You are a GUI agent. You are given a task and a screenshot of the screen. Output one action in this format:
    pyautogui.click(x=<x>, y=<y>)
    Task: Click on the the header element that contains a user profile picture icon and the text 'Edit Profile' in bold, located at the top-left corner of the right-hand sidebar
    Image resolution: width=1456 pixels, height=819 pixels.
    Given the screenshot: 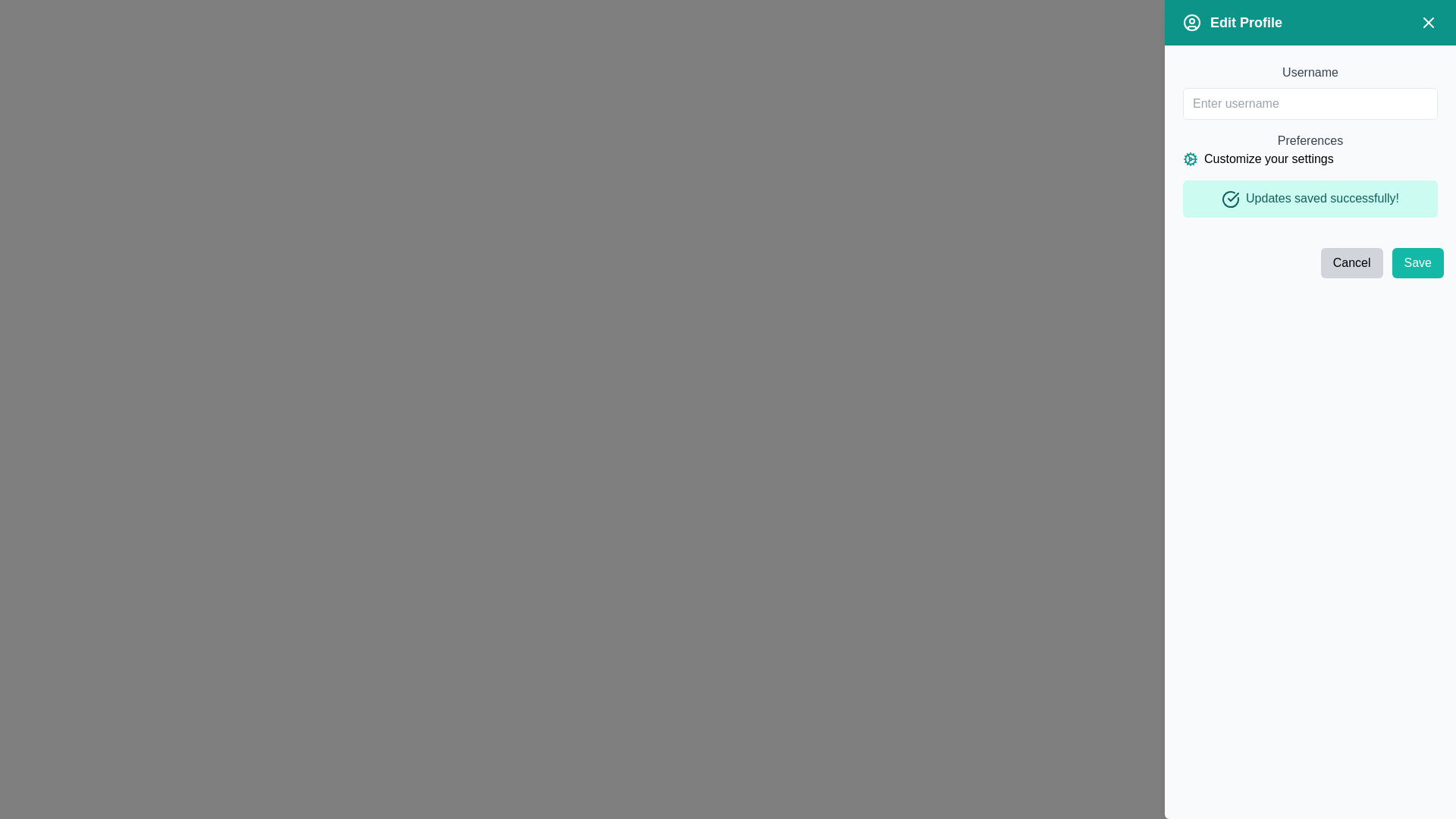 What is the action you would take?
    pyautogui.click(x=1232, y=23)
    